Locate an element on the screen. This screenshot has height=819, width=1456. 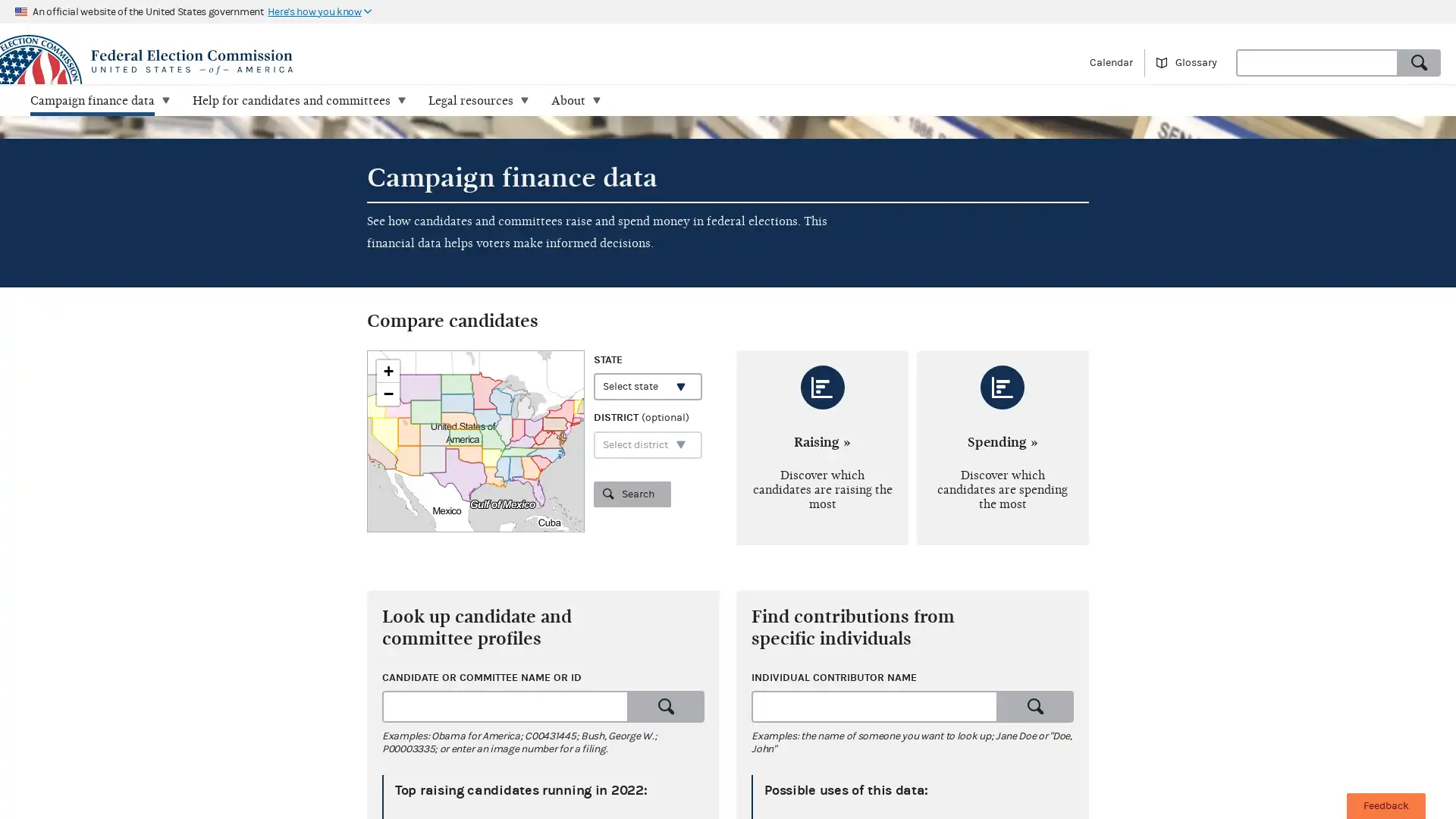
Search is located at coordinates (632, 494).